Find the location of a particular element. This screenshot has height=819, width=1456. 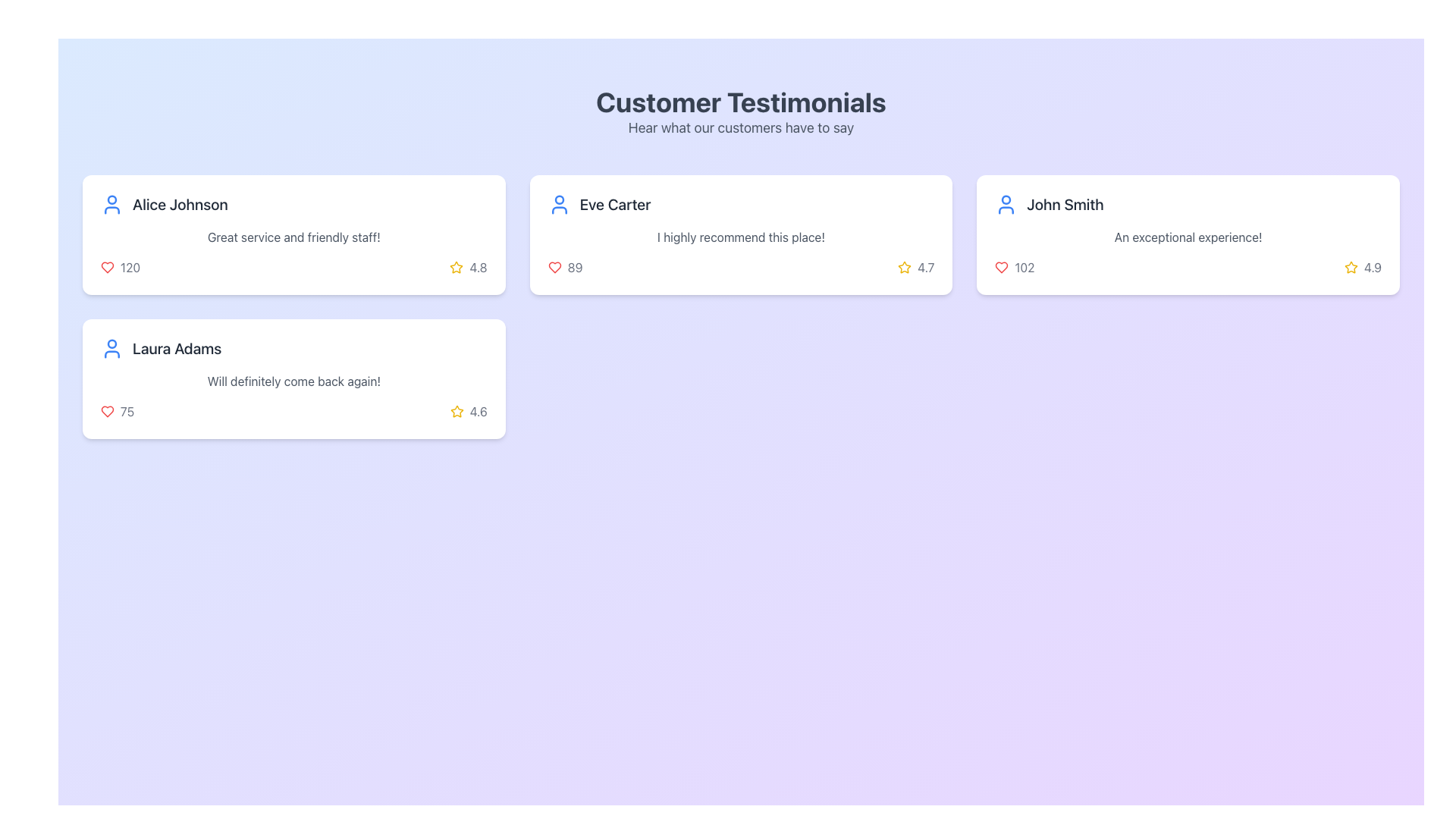

the star-shaped rating icon with a yellow fill and white outline, located in Alice Johnson's testimonial section is located at coordinates (456, 267).